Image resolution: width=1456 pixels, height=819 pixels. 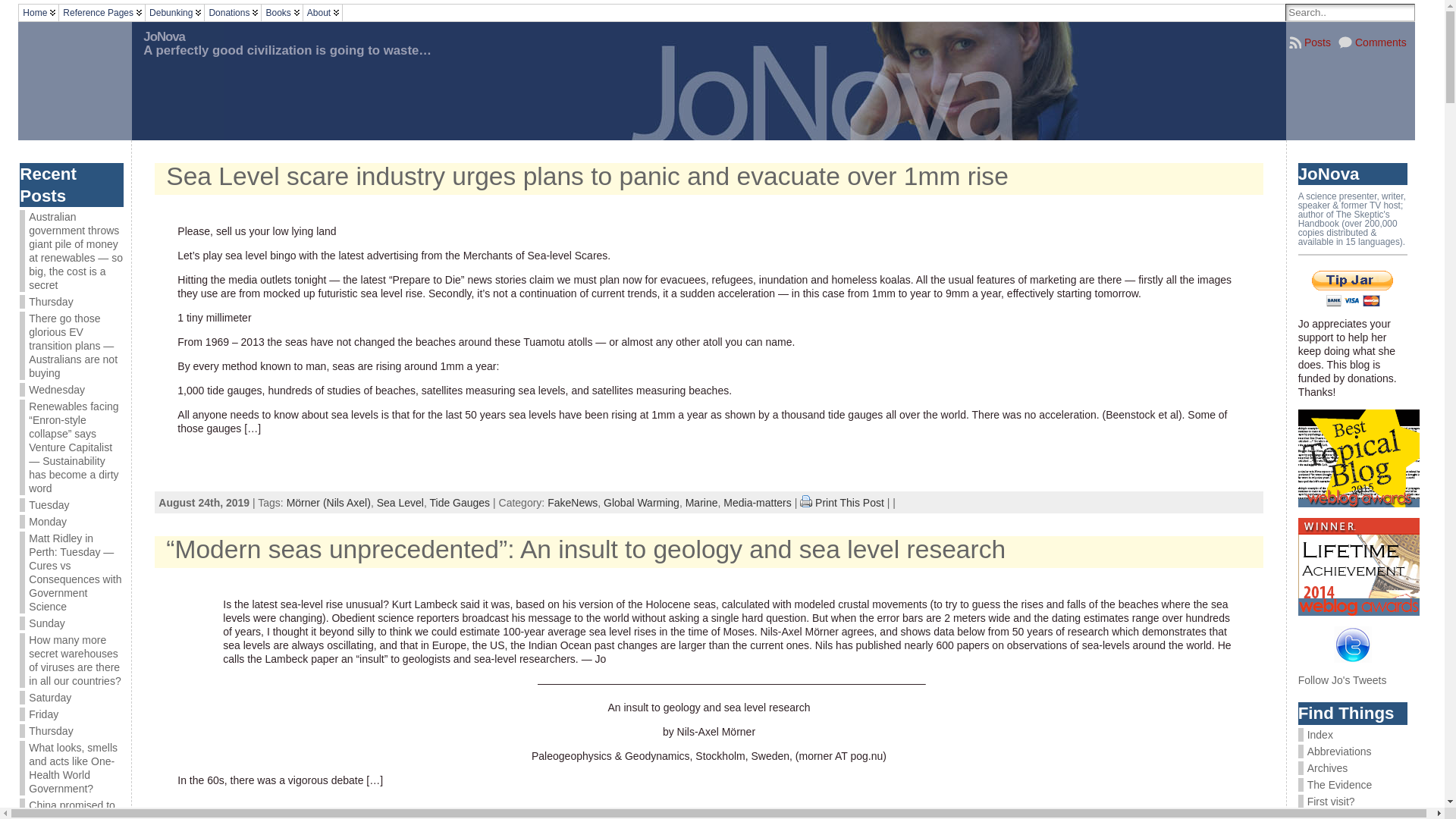 What do you see at coordinates (1353, 784) in the screenshot?
I see `'The Evidence'` at bounding box center [1353, 784].